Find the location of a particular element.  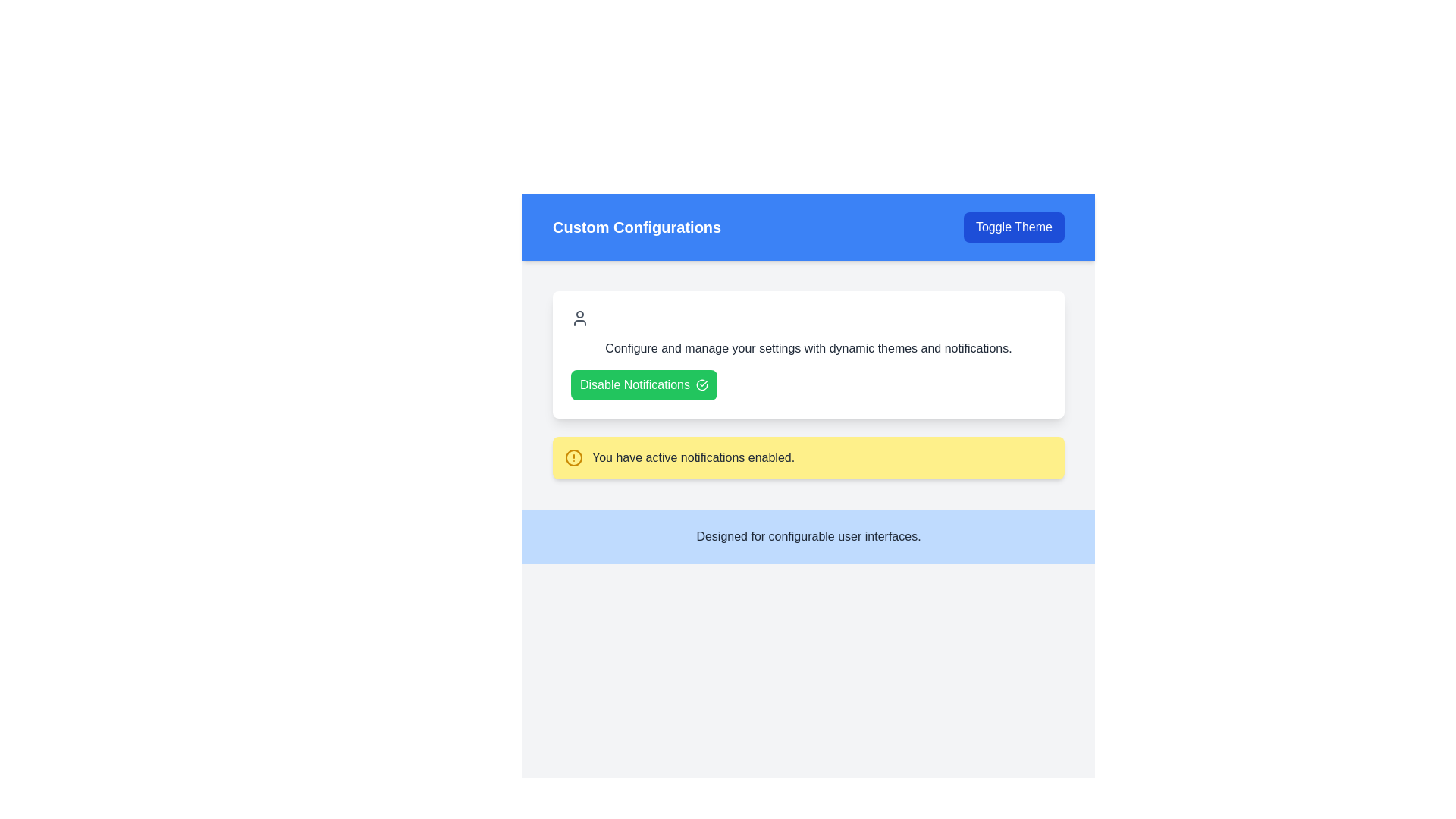

the 'Toggle Theme' button located on the top right corner of the blue navigation bar is located at coordinates (1014, 227).